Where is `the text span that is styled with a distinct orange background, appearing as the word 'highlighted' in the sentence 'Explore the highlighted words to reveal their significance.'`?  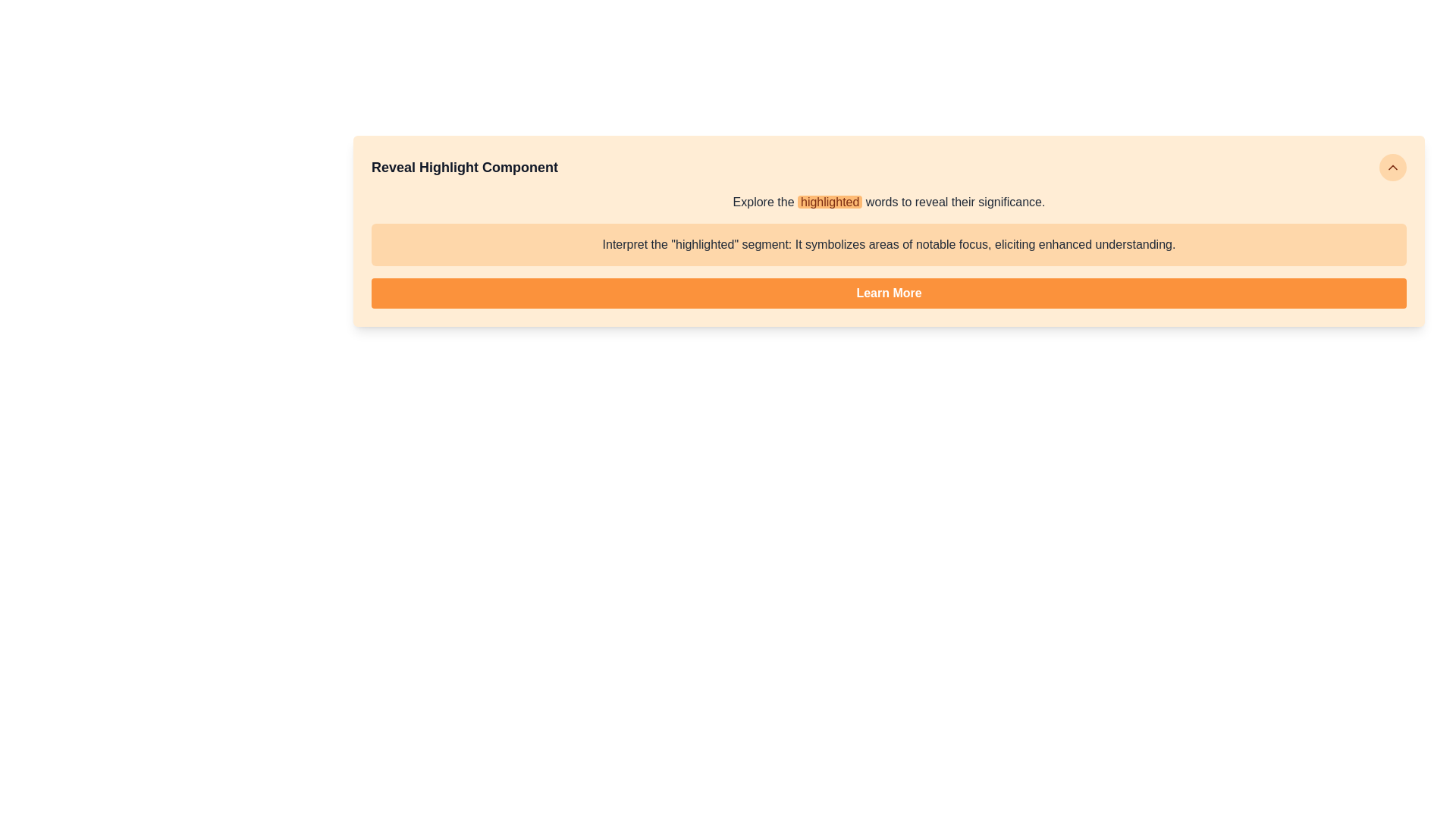 the text span that is styled with a distinct orange background, appearing as the word 'highlighted' in the sentence 'Explore the highlighted words to reveal their significance.' is located at coordinates (829, 201).